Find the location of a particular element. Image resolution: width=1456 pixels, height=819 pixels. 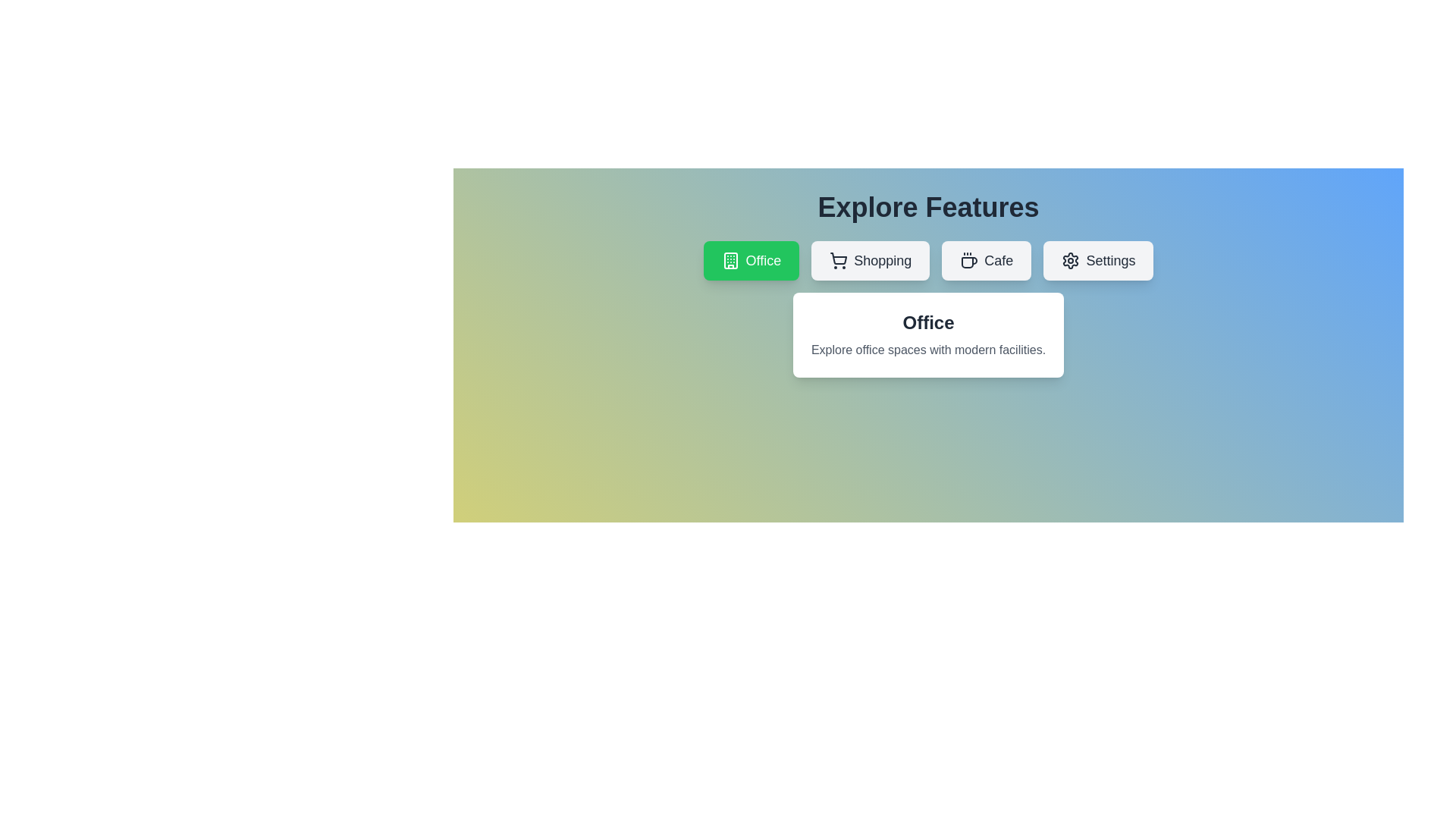

the tab labeled Shopping is located at coordinates (871, 259).